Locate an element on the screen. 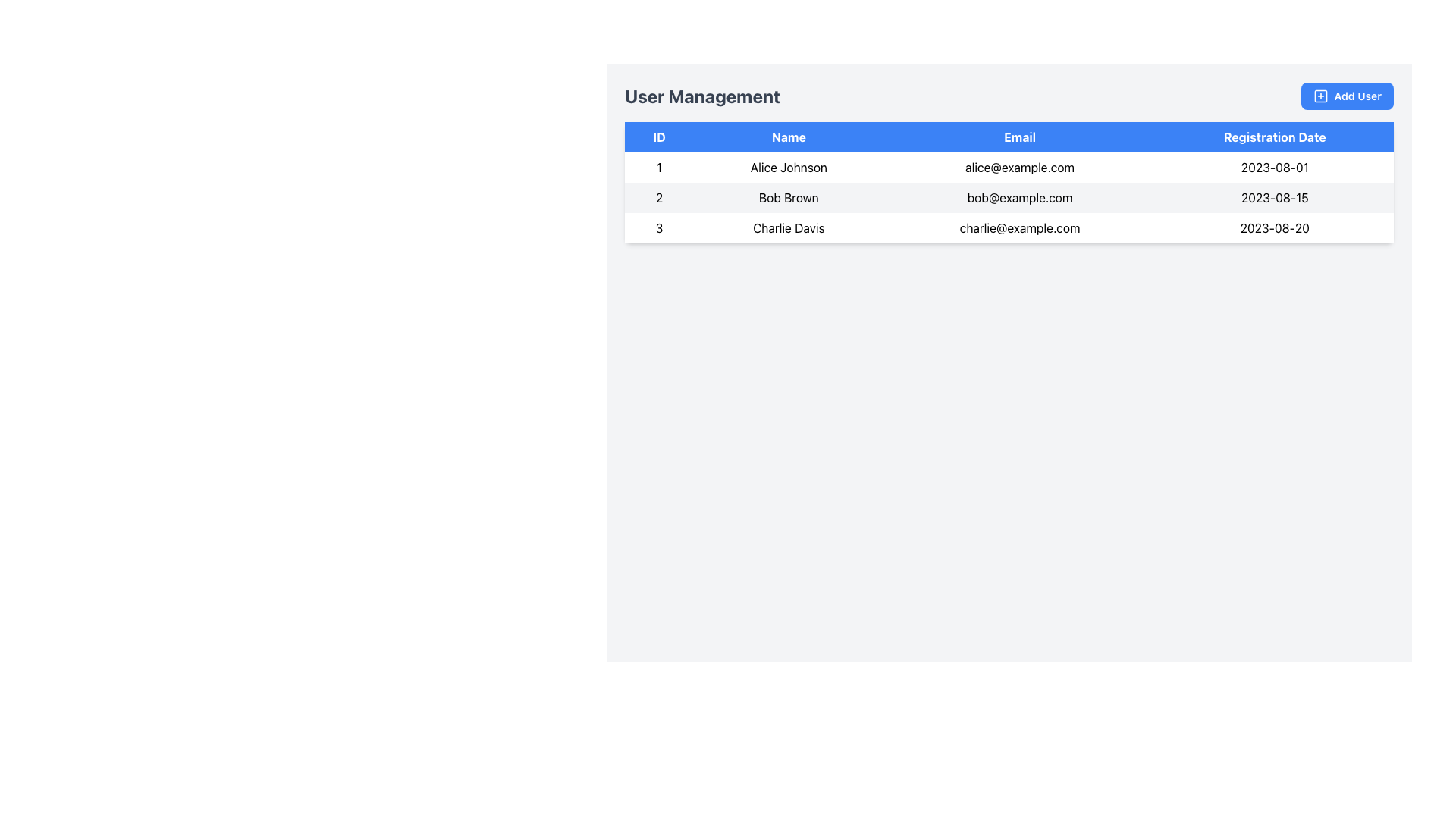 The image size is (1456, 819). the 'Email' column header, which is the third column in a table with a blue background and white text is located at coordinates (1020, 137).